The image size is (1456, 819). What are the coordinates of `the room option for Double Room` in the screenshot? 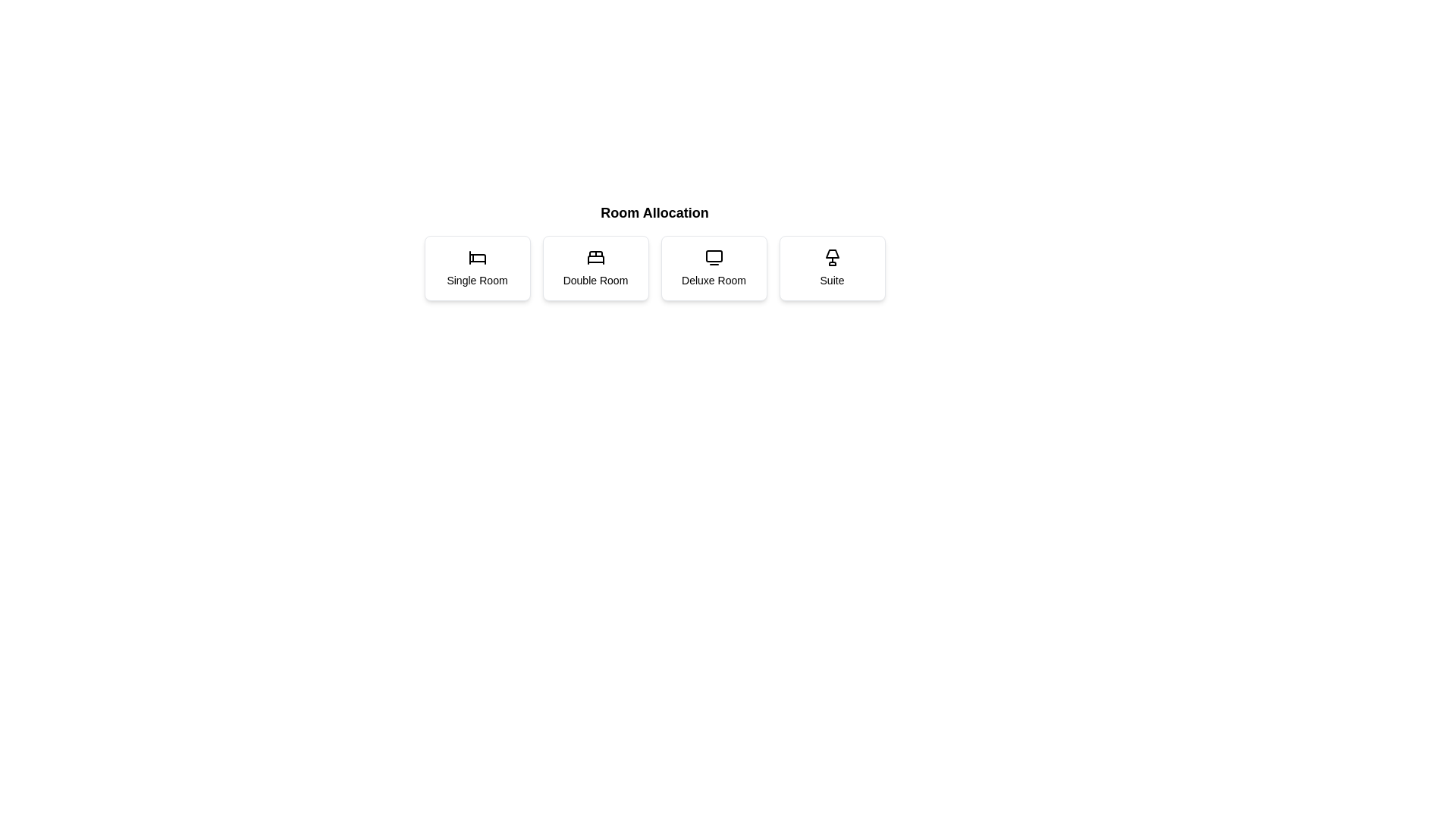 It's located at (595, 268).